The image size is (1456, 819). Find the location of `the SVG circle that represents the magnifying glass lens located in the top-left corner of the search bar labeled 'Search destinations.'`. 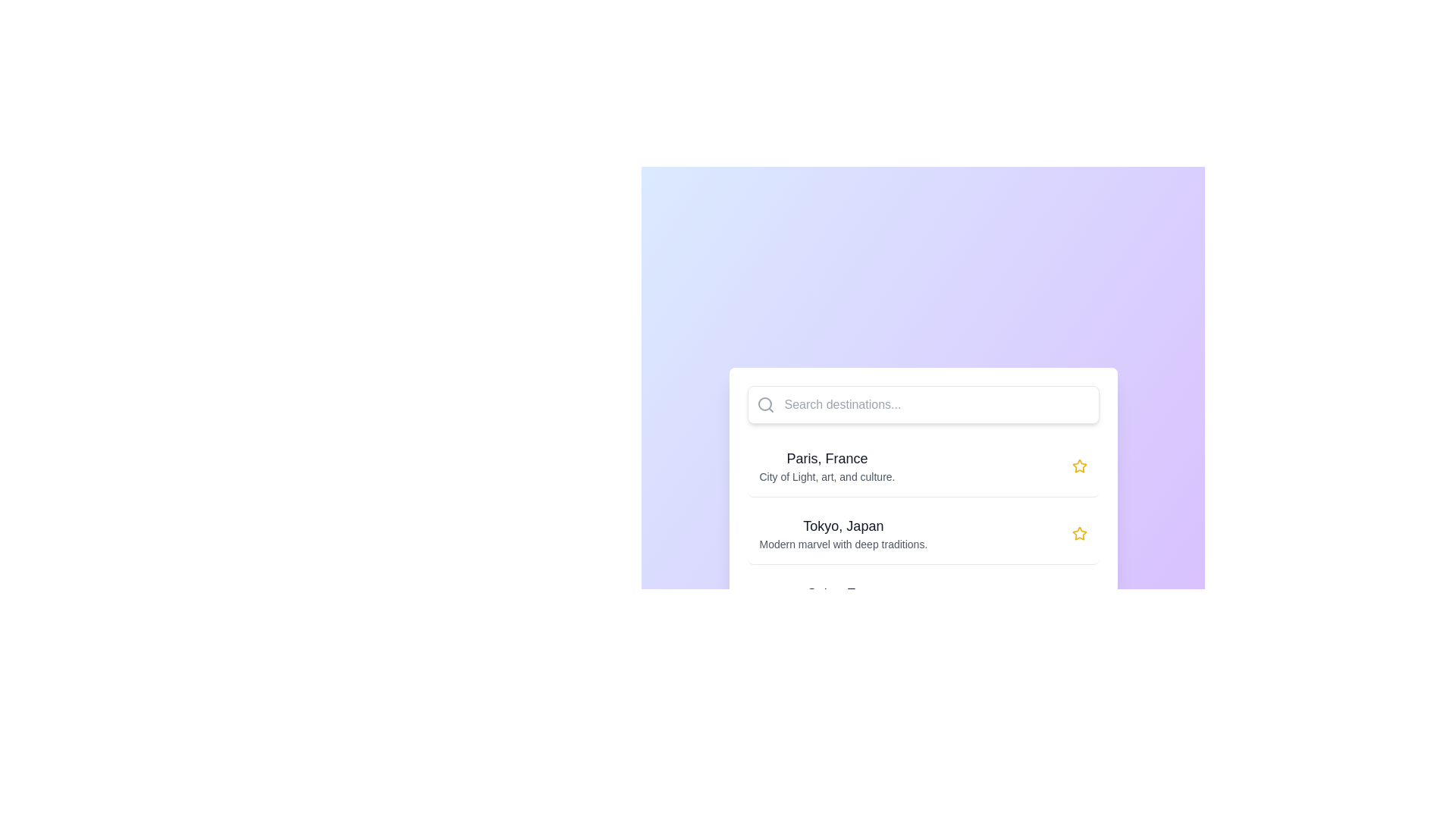

the SVG circle that represents the magnifying glass lens located in the top-left corner of the search bar labeled 'Search destinations.' is located at coordinates (764, 403).